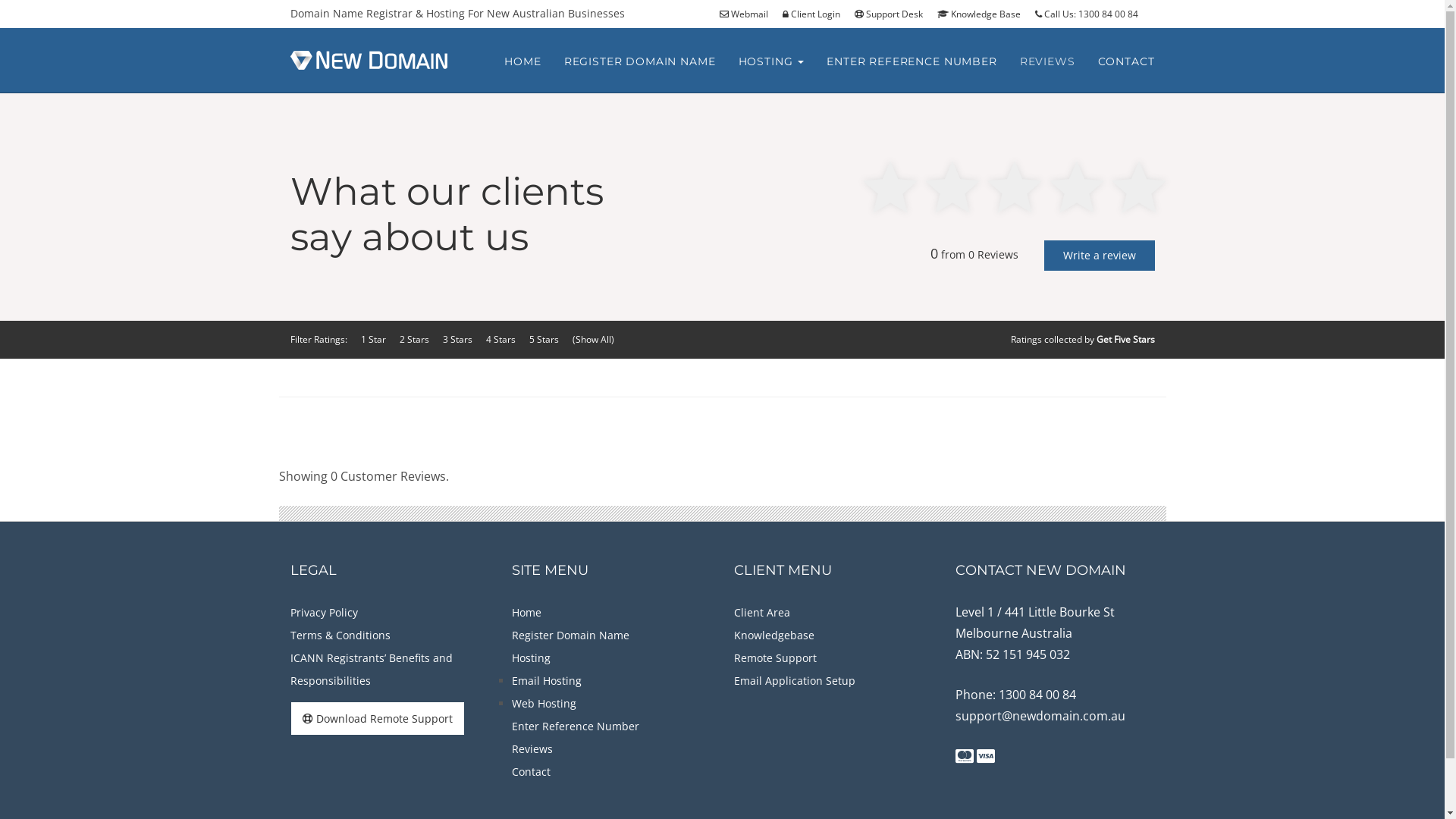 The height and width of the screenshot is (819, 1456). Describe the element at coordinates (512, 635) in the screenshot. I see `'Register Domain Name'` at that location.